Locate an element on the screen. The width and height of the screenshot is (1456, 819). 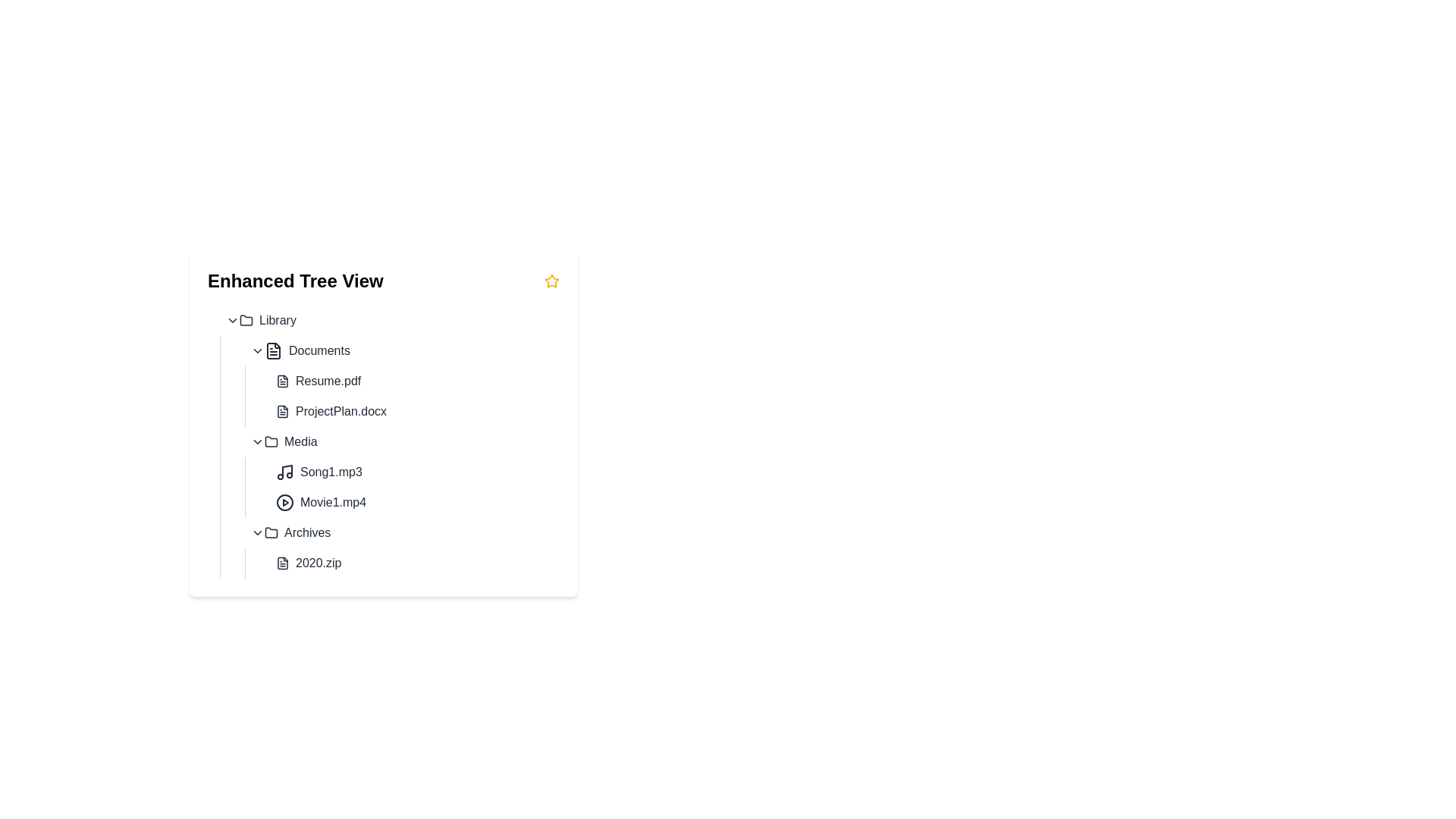
the text label that identifies the entry in the tree view as 'Library', which is positioned to the right of a folder icon is located at coordinates (278, 320).